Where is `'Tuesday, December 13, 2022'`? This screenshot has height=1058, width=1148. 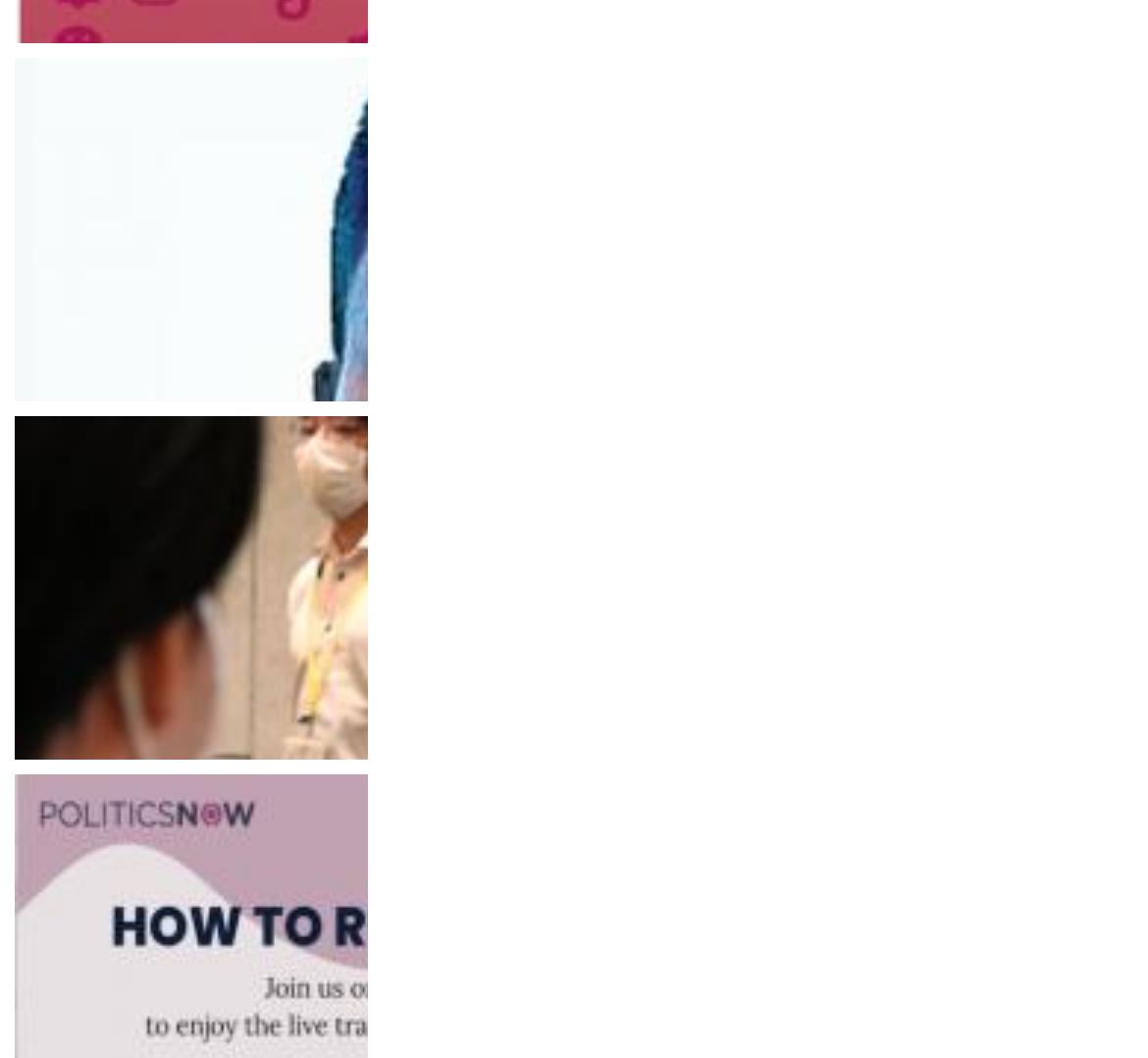 'Tuesday, December 13, 2022' is located at coordinates (116, 398).